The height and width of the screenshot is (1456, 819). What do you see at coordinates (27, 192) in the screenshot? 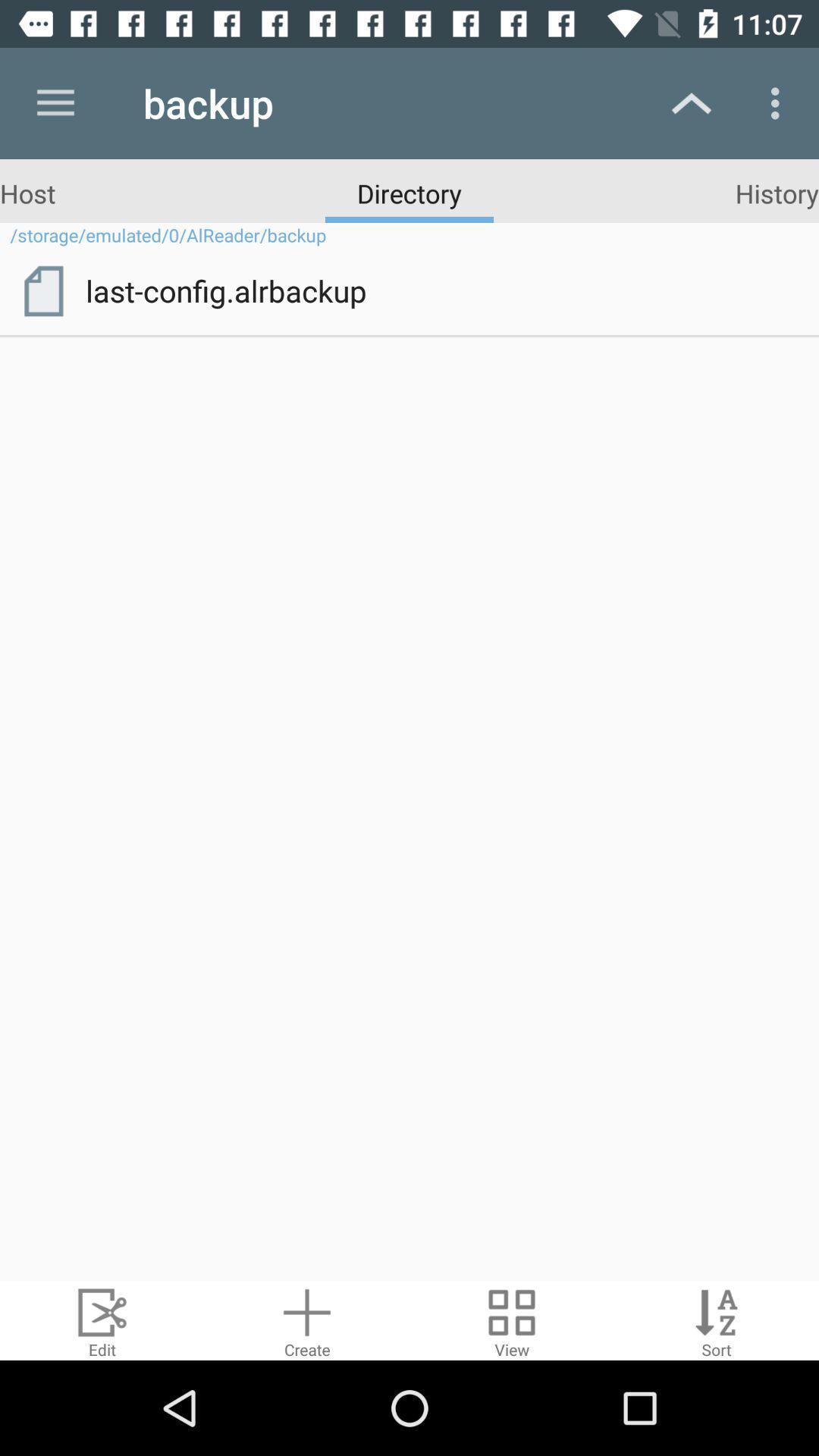
I see `the app next to directory app` at bounding box center [27, 192].